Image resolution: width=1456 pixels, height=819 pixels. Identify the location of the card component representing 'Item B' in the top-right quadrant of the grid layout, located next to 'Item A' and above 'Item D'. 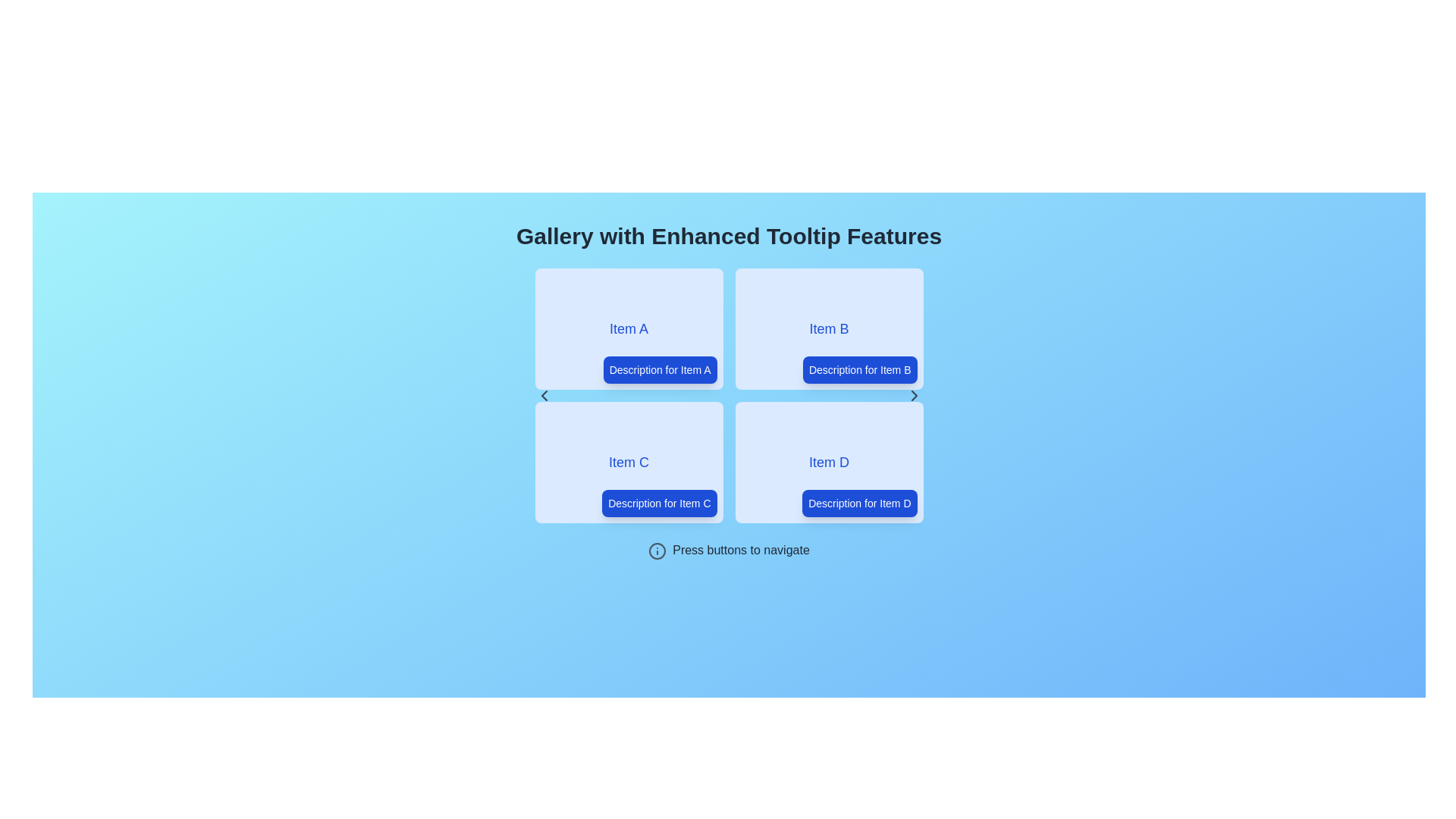
(828, 328).